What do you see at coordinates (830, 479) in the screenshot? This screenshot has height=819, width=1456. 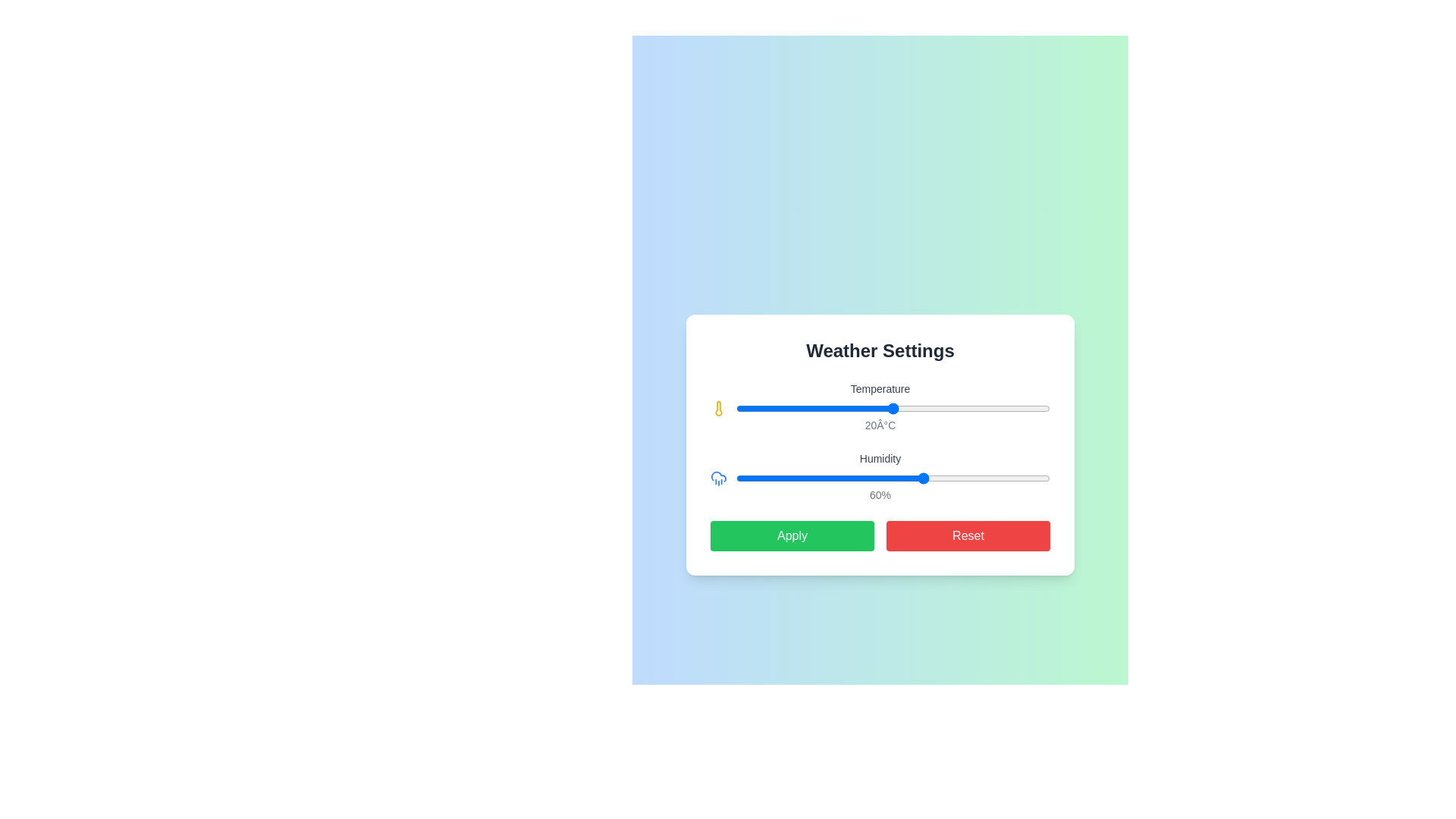 I see `the slider value` at bounding box center [830, 479].